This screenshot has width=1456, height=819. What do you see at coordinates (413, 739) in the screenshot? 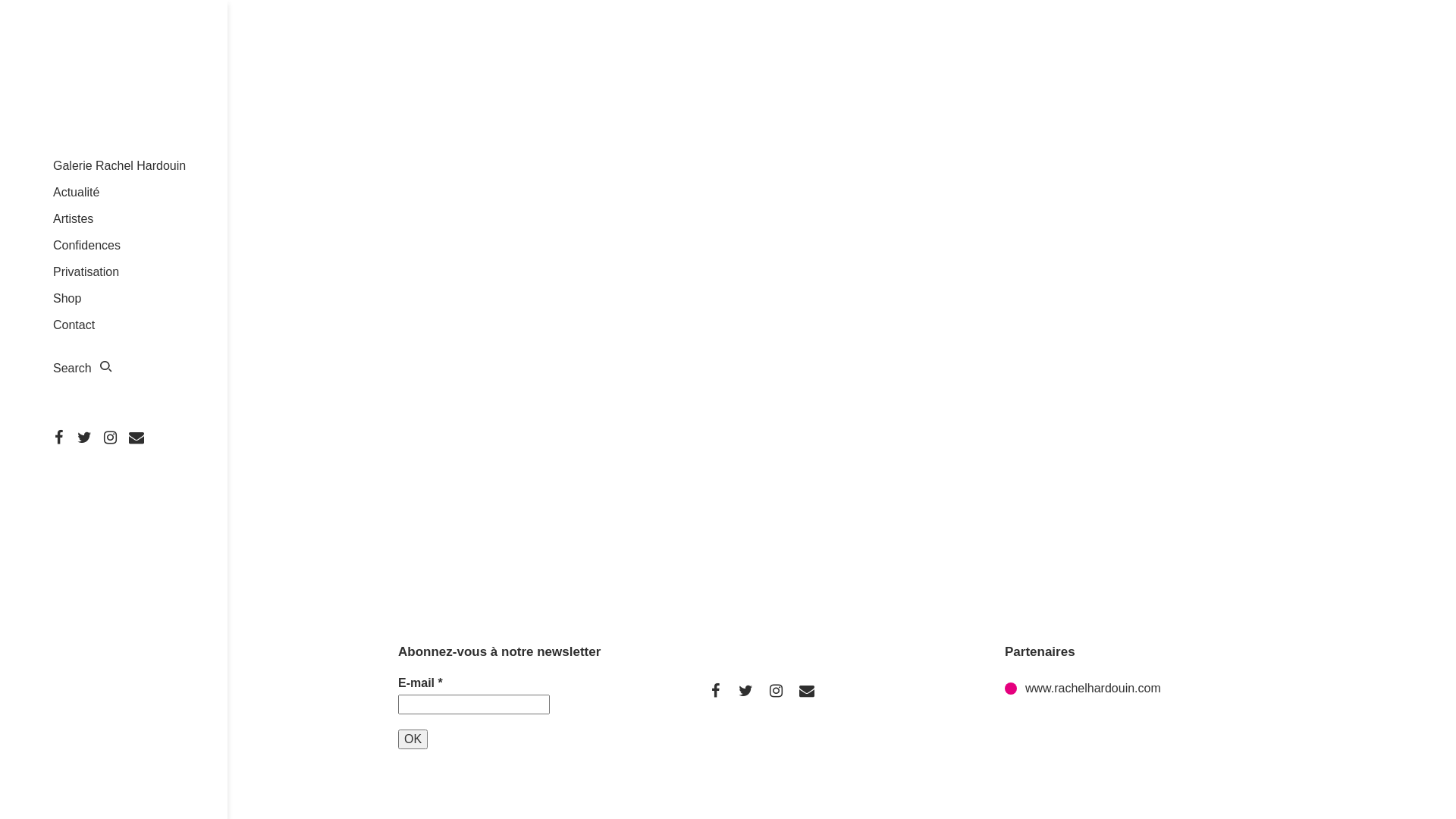
I see `'OK'` at bounding box center [413, 739].